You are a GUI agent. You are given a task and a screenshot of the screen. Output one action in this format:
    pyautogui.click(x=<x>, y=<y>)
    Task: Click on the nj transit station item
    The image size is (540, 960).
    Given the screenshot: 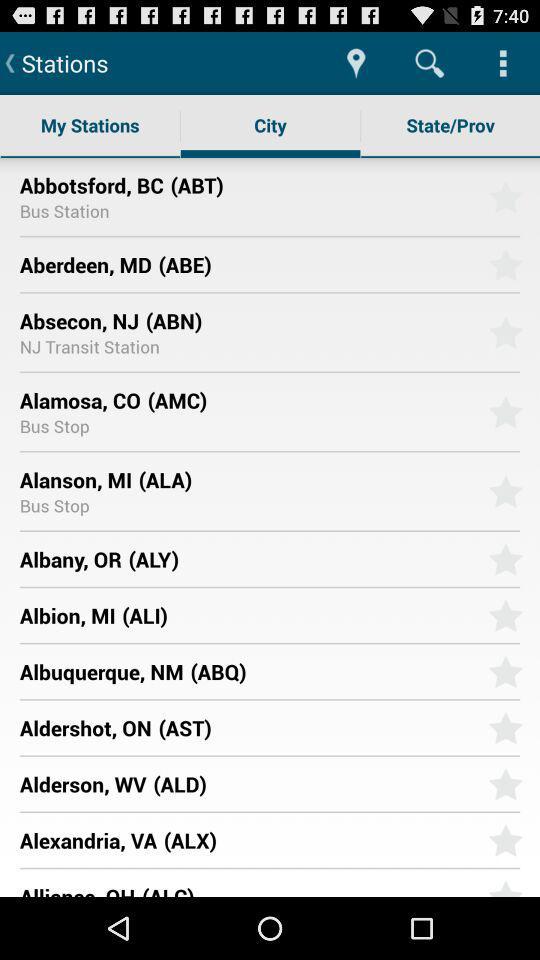 What is the action you would take?
    pyautogui.click(x=88, y=346)
    